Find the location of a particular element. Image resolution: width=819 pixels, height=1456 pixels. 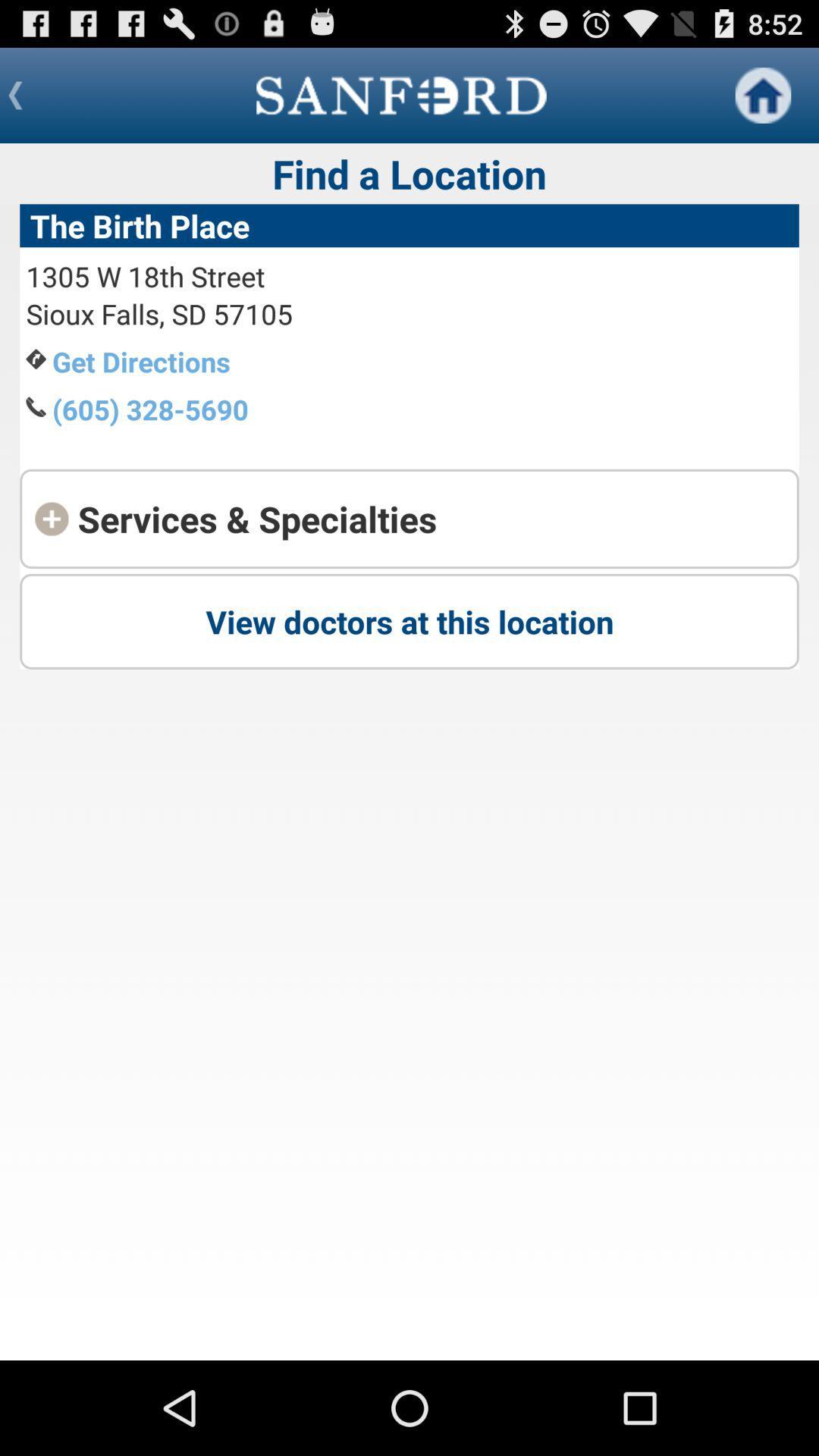

get directions is located at coordinates (141, 360).